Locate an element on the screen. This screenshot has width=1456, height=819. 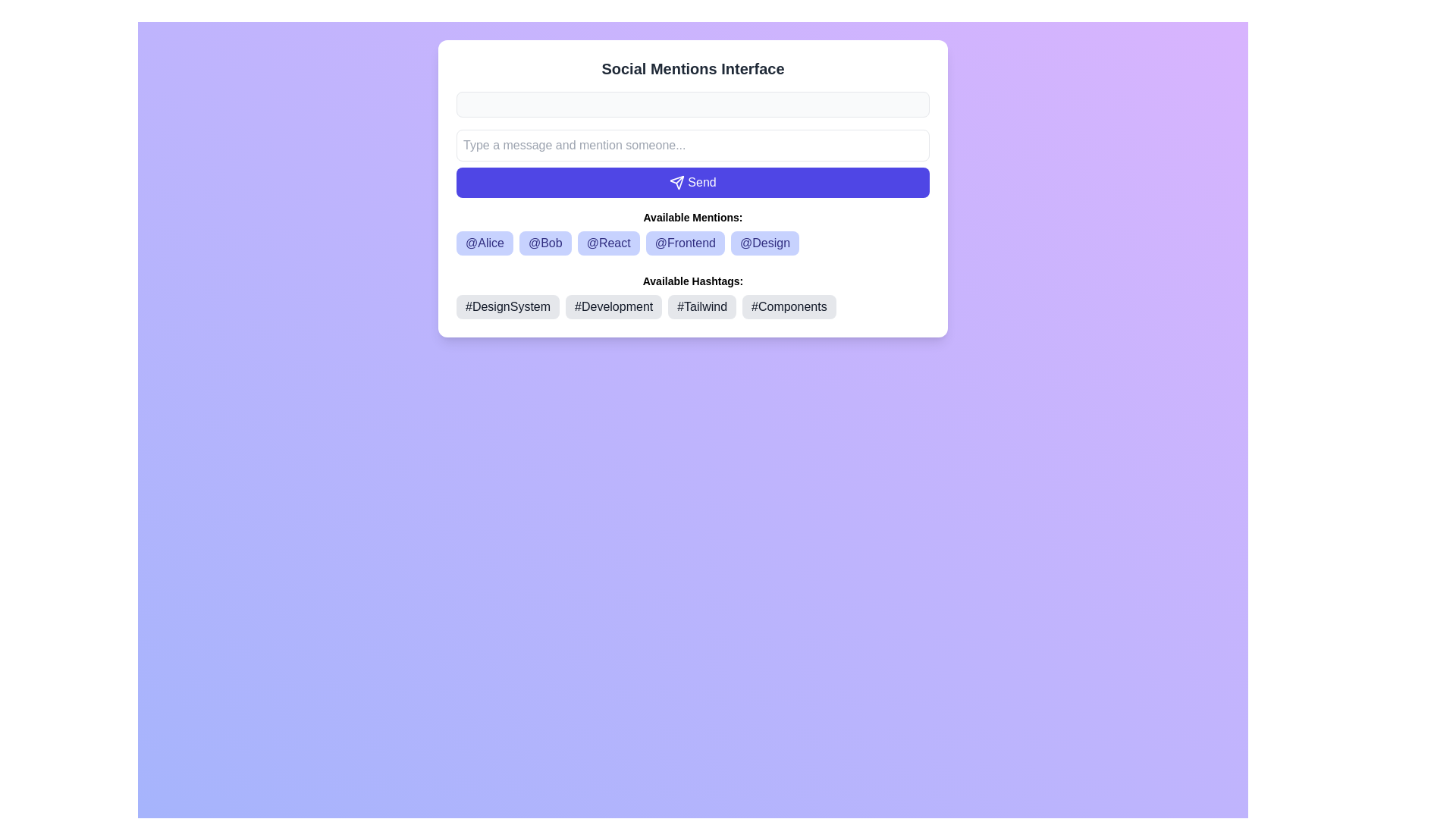
the 'Send' button that contains the paper airplane icon to send a message is located at coordinates (676, 181).